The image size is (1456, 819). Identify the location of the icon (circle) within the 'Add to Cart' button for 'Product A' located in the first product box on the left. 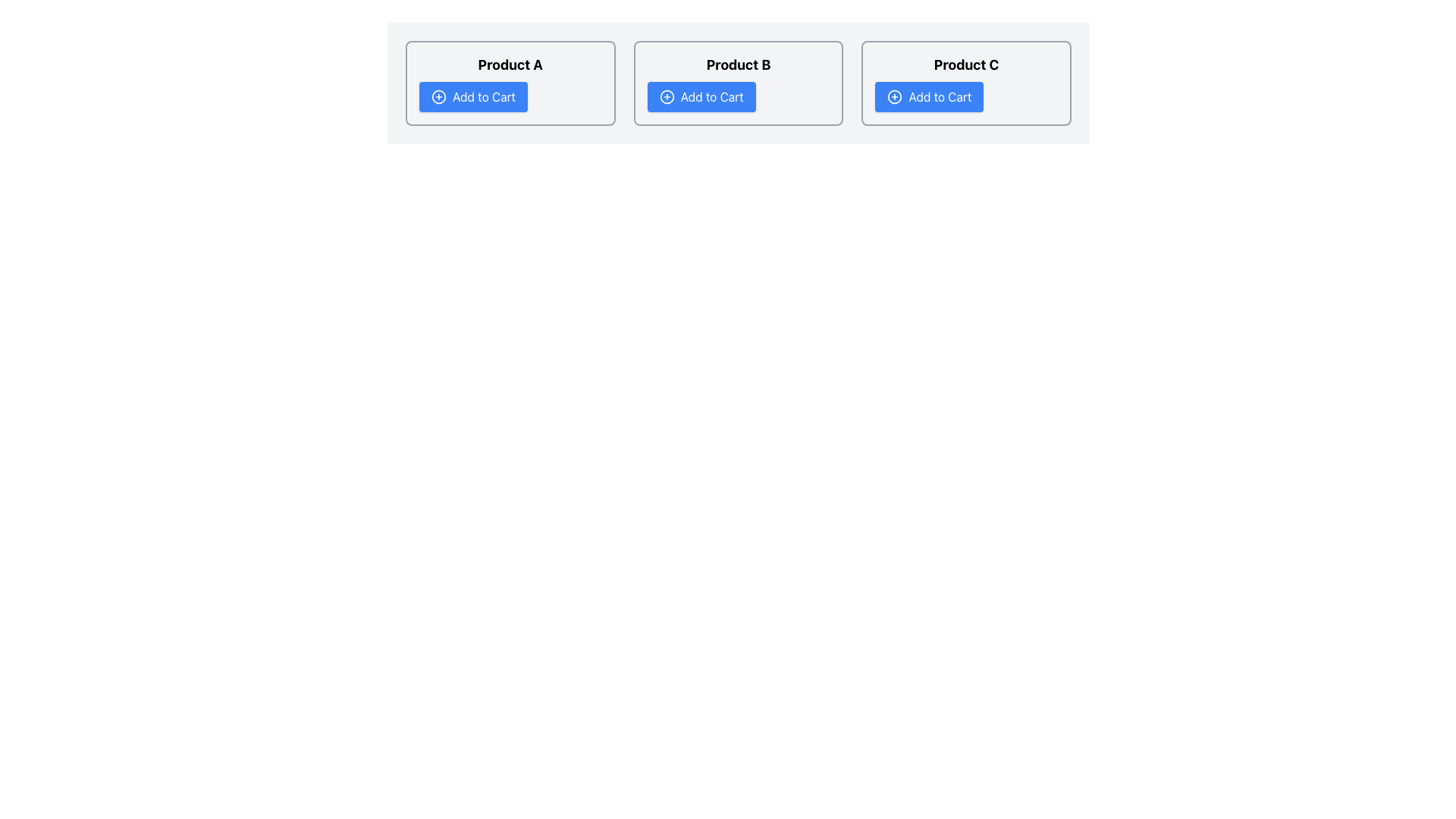
(438, 96).